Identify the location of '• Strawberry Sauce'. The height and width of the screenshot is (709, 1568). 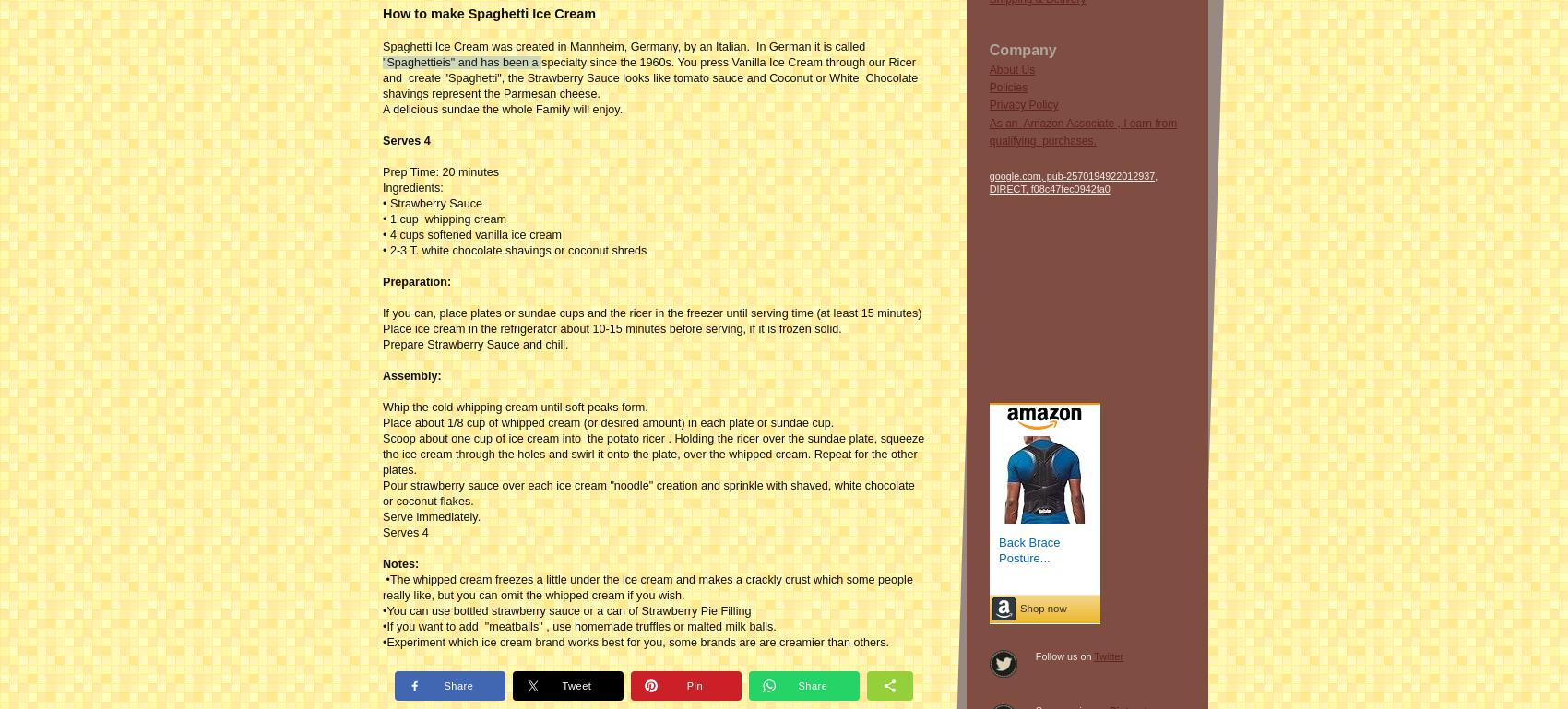
(433, 203).